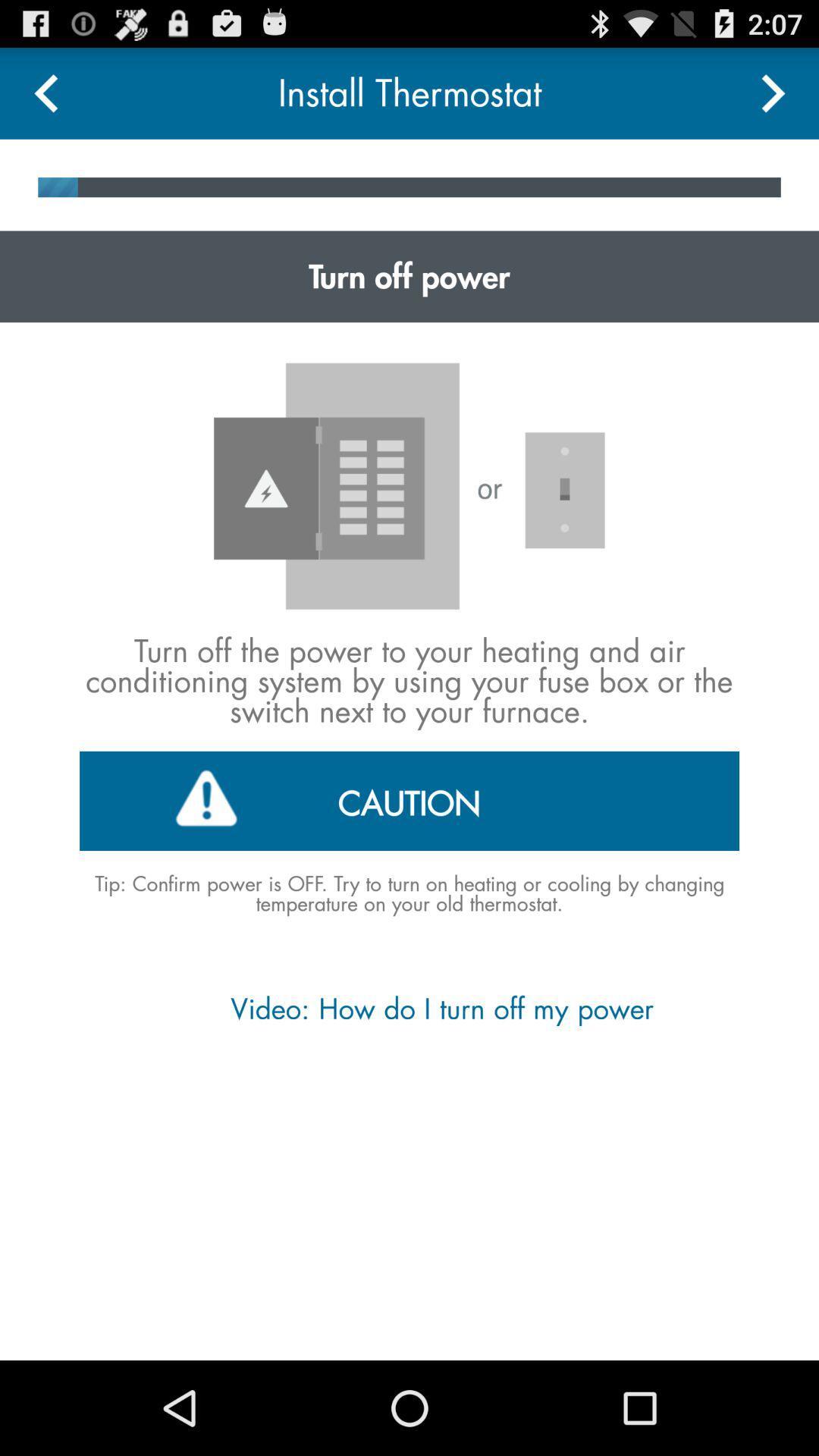 This screenshot has width=819, height=1456. What do you see at coordinates (773, 93) in the screenshot?
I see `next` at bounding box center [773, 93].